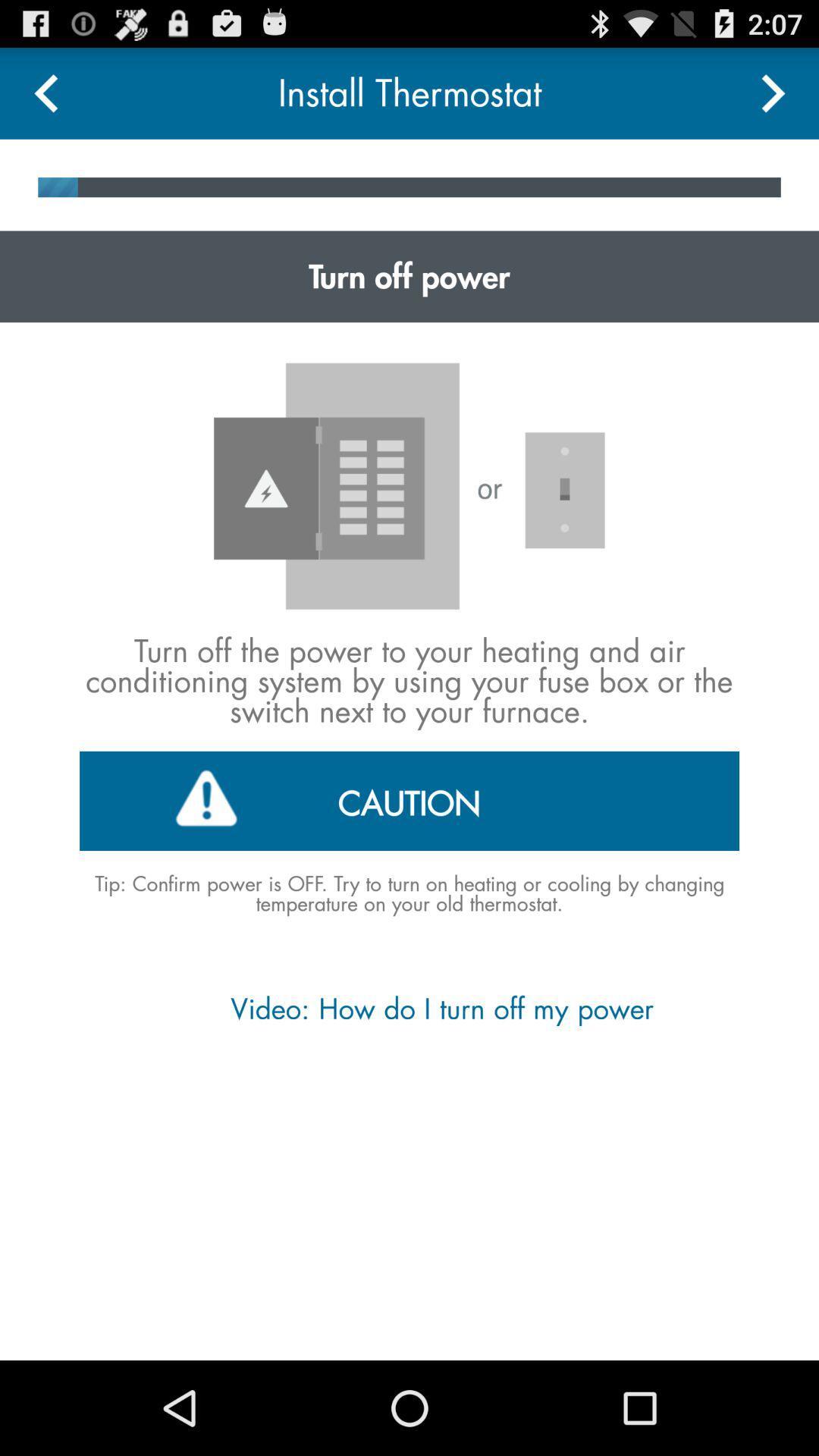 This screenshot has width=819, height=1456. What do you see at coordinates (773, 93) in the screenshot?
I see `next` at bounding box center [773, 93].